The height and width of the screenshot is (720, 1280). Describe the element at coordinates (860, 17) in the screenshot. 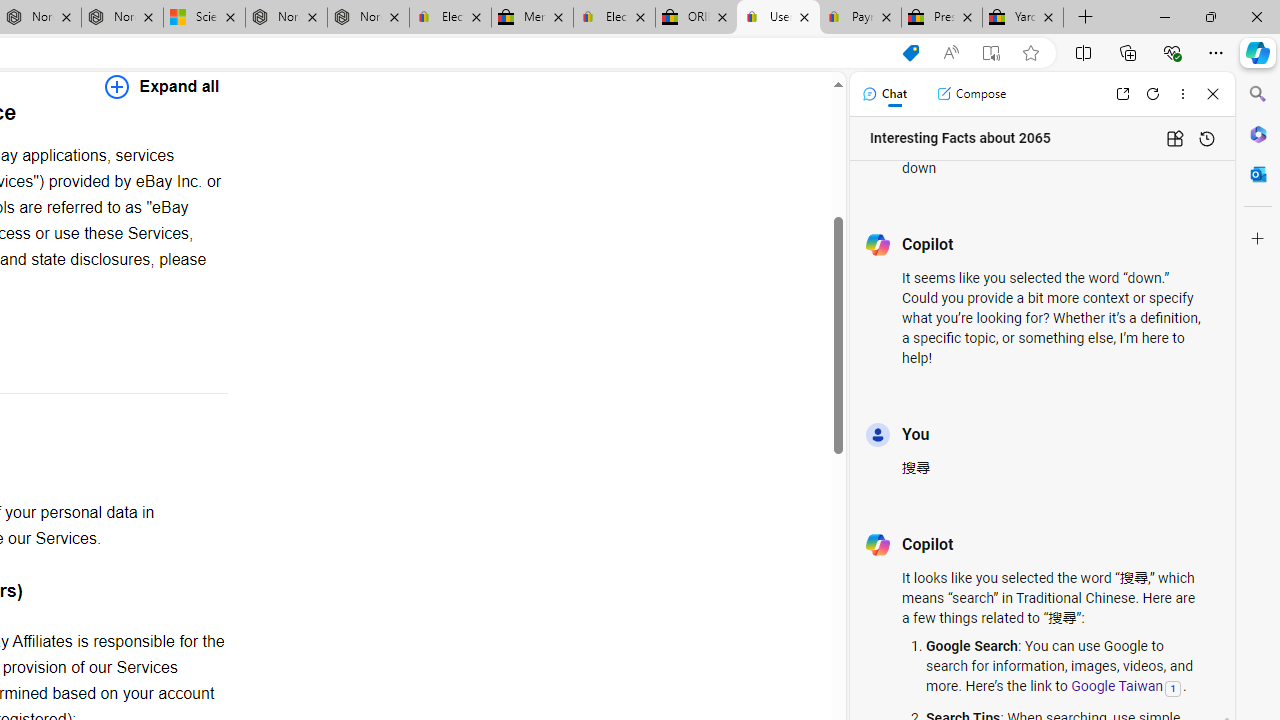

I see `'Payments Terms of Use | eBay.com'` at that location.